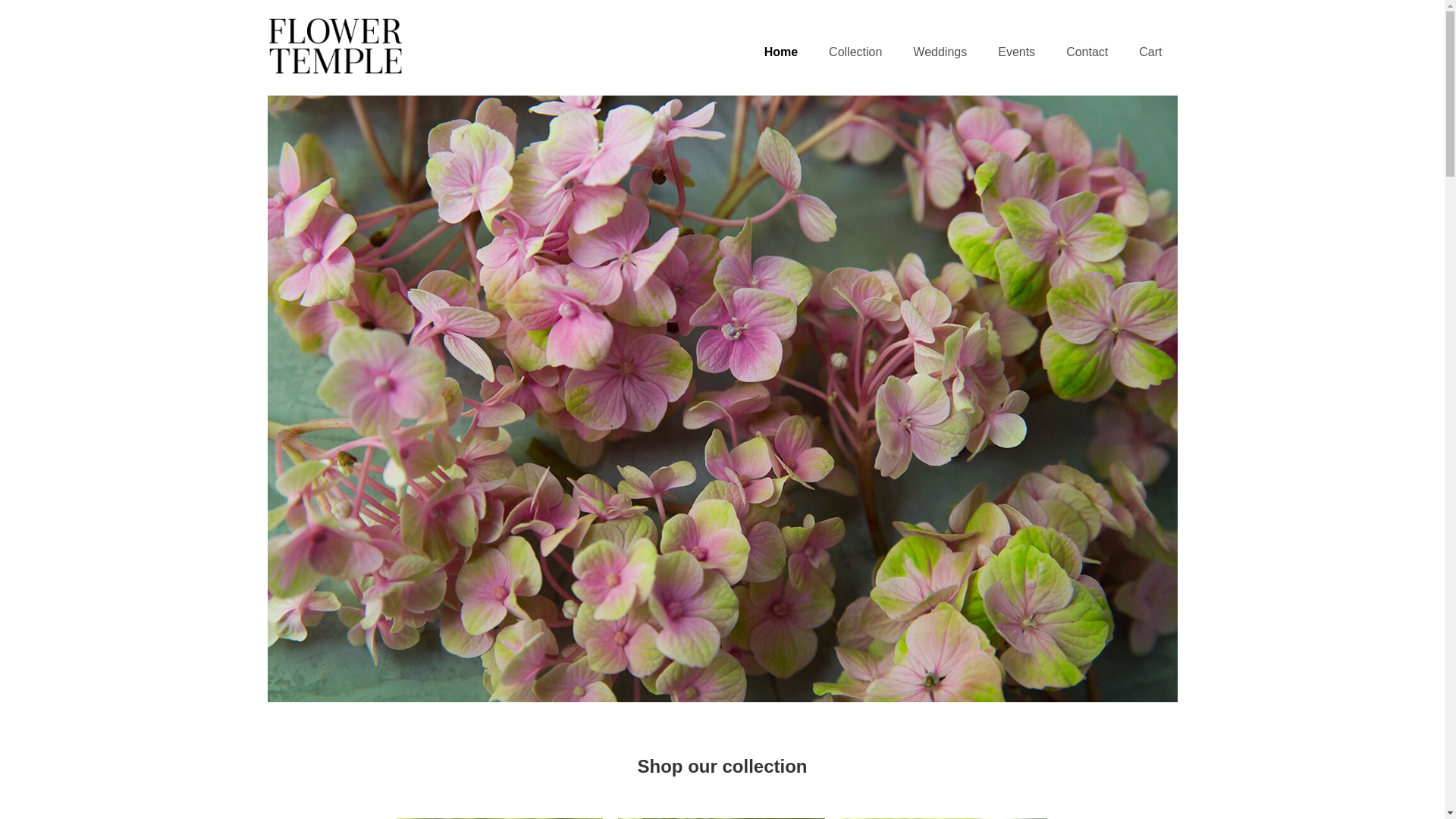  What do you see at coordinates (722, 766) in the screenshot?
I see `'Shop our collection'` at bounding box center [722, 766].